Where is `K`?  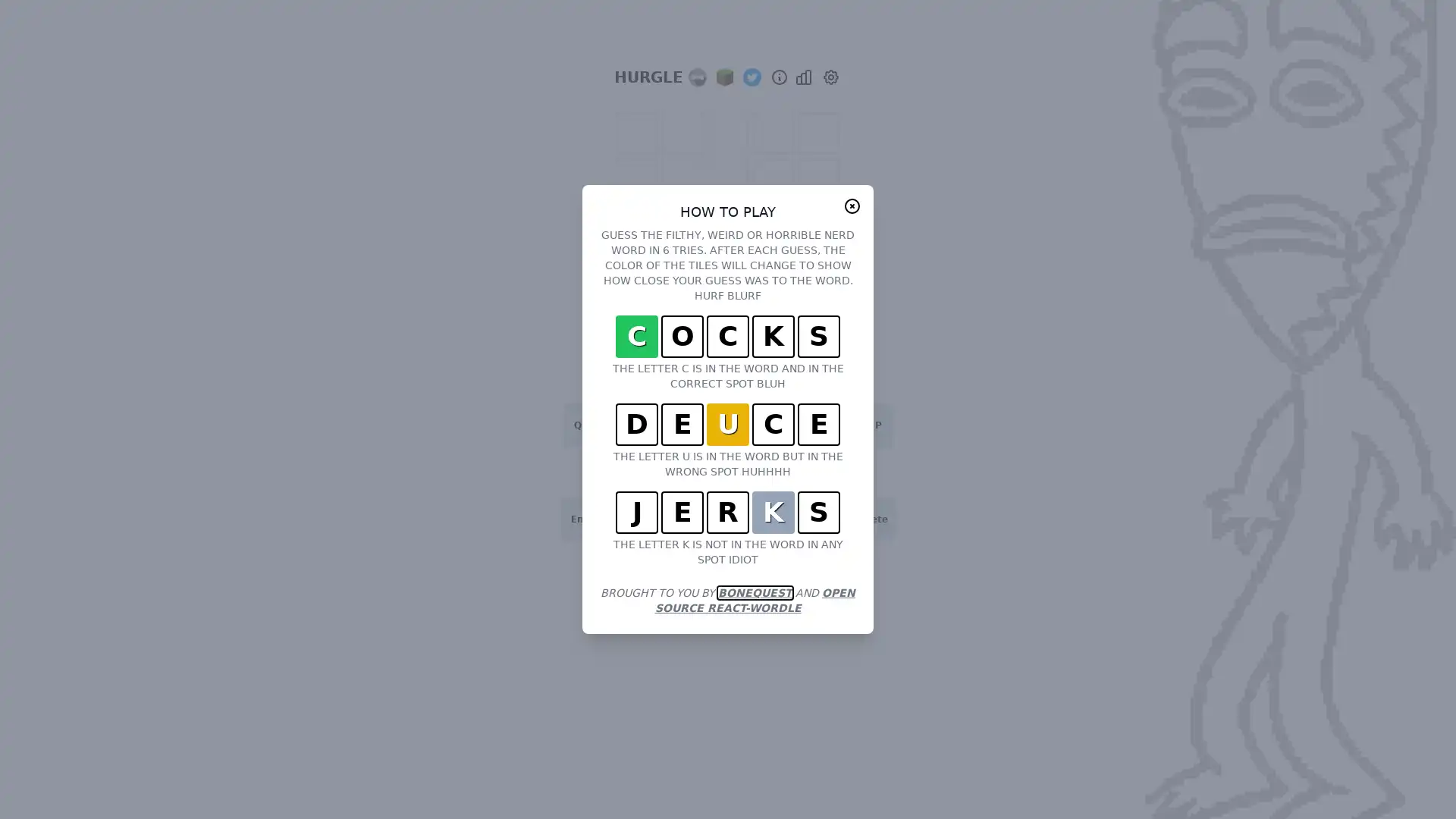
K is located at coordinates (827, 472).